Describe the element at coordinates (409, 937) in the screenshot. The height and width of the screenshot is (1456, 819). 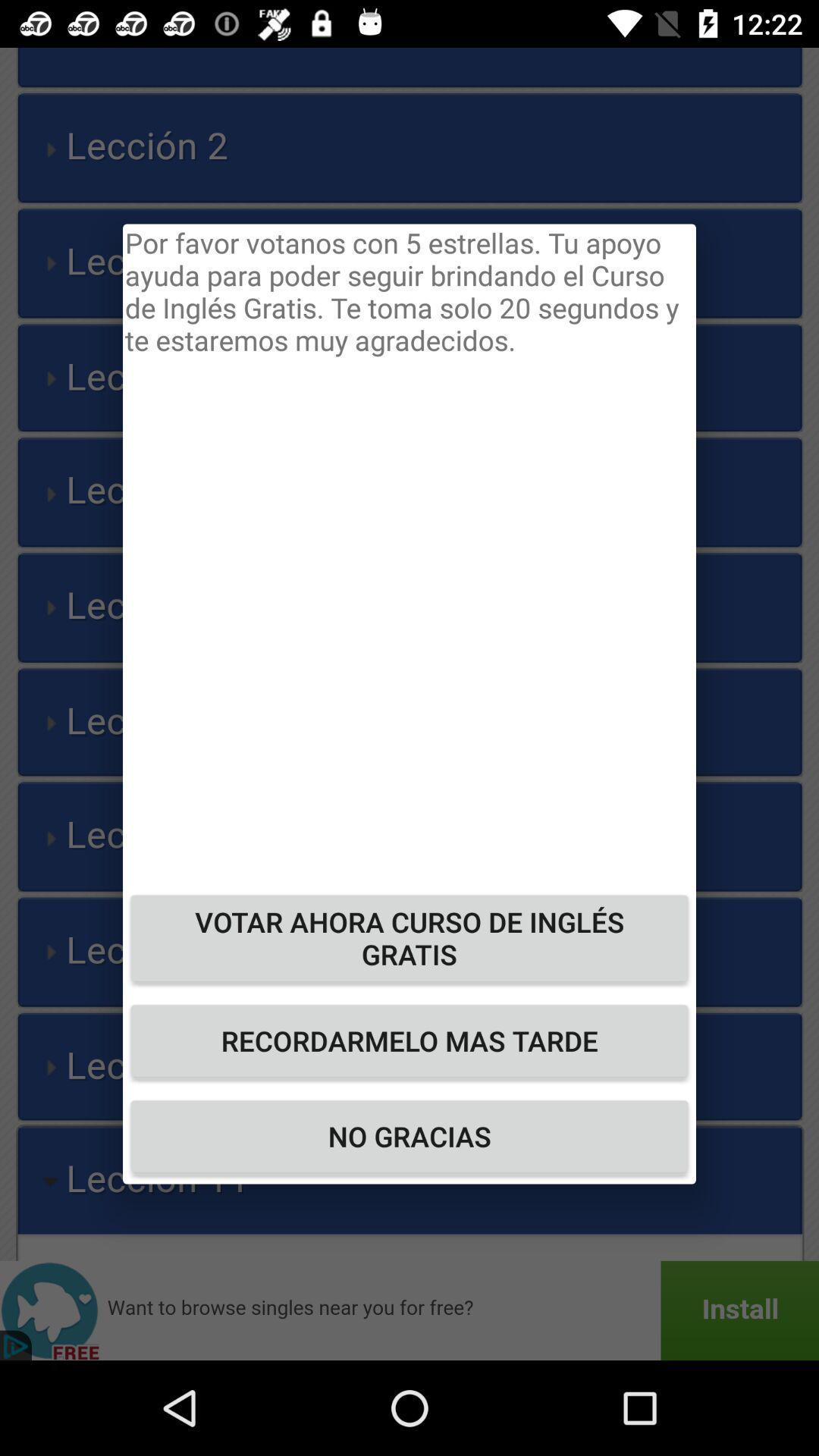
I see `the votar ahora curso icon` at that location.